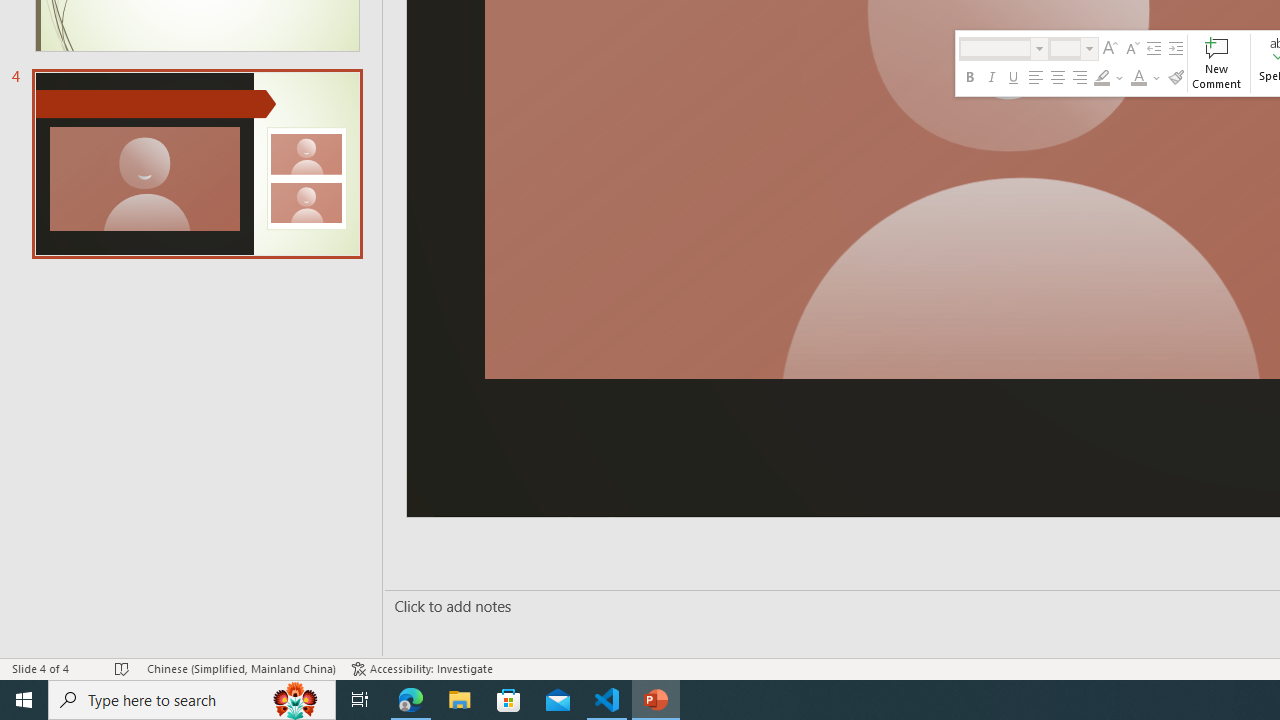 This screenshot has width=1280, height=720. What do you see at coordinates (969, 77) in the screenshot?
I see `'Bold'` at bounding box center [969, 77].